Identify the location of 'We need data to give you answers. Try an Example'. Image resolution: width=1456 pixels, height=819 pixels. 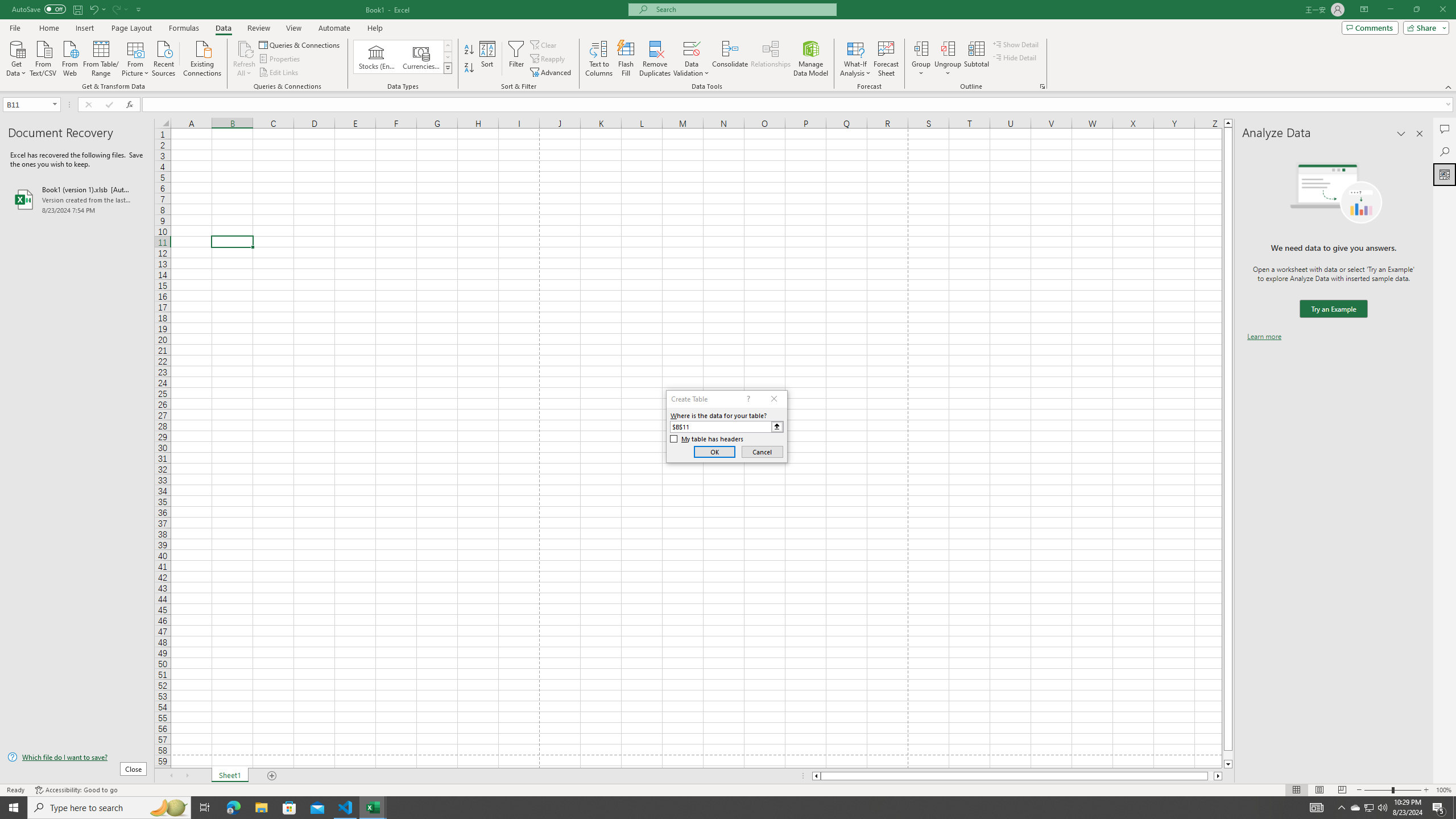
(1333, 309).